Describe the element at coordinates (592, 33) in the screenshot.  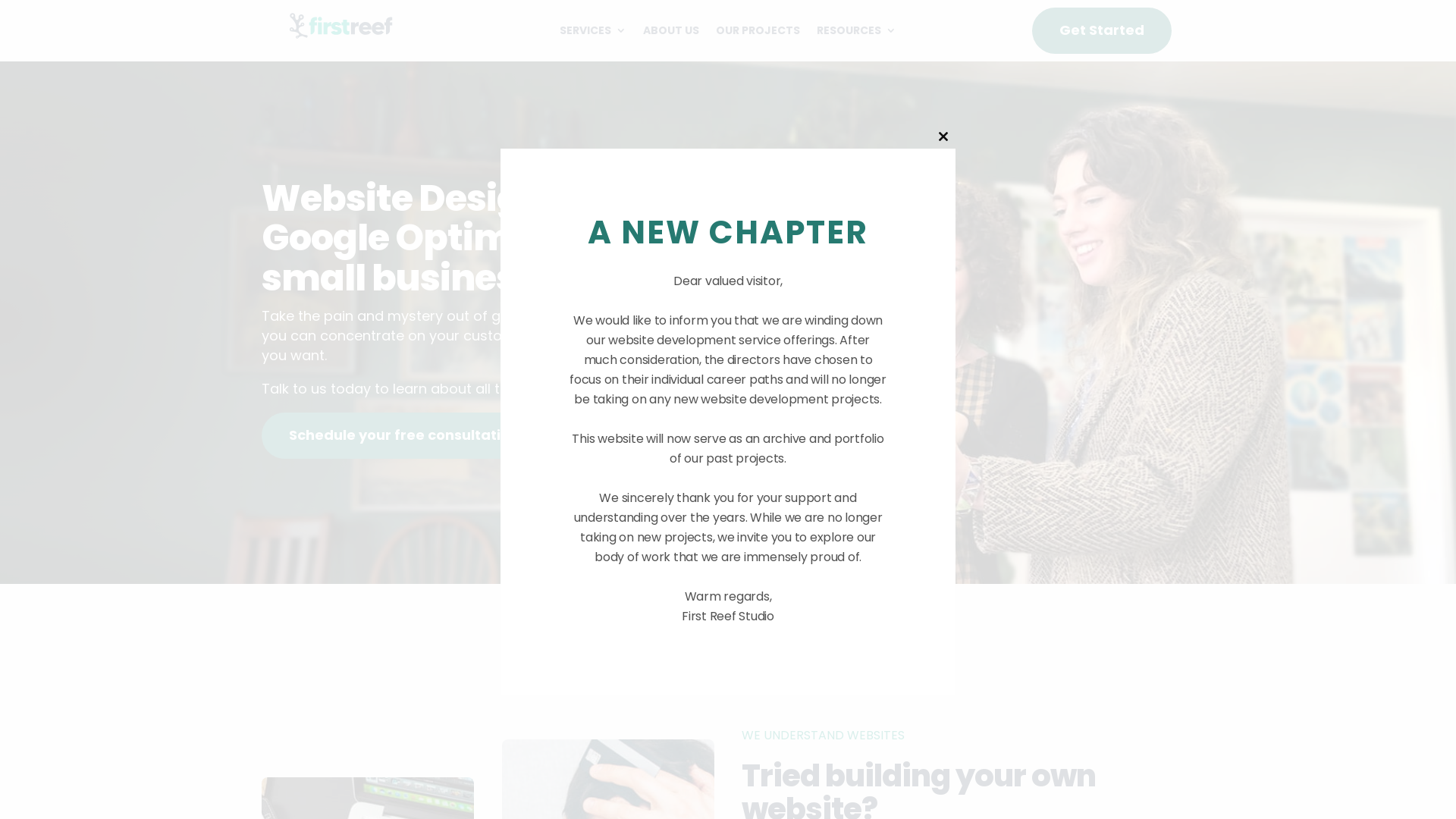
I see `'SERVICES'` at that location.